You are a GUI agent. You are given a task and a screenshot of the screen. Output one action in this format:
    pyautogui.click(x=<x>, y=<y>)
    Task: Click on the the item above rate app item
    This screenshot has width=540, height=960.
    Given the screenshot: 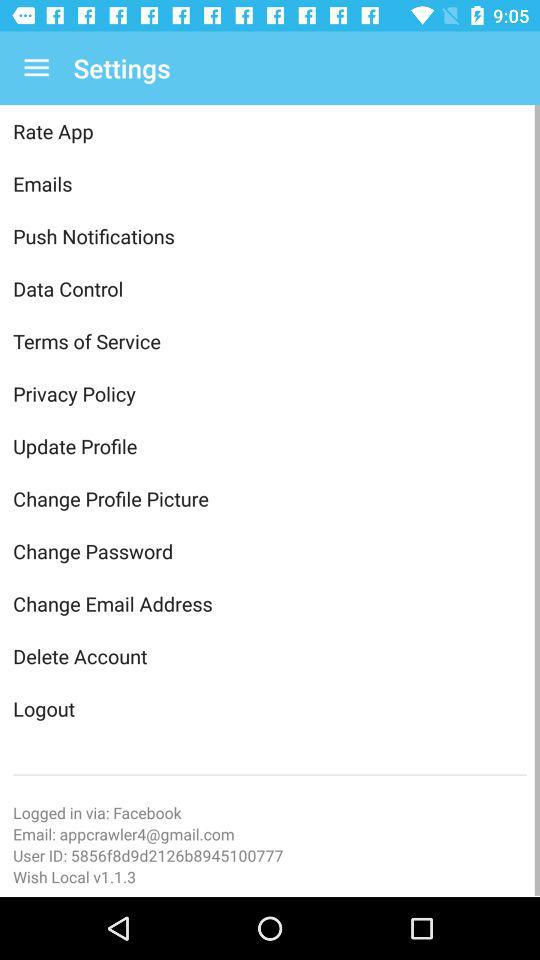 What is the action you would take?
    pyautogui.click(x=36, y=68)
    